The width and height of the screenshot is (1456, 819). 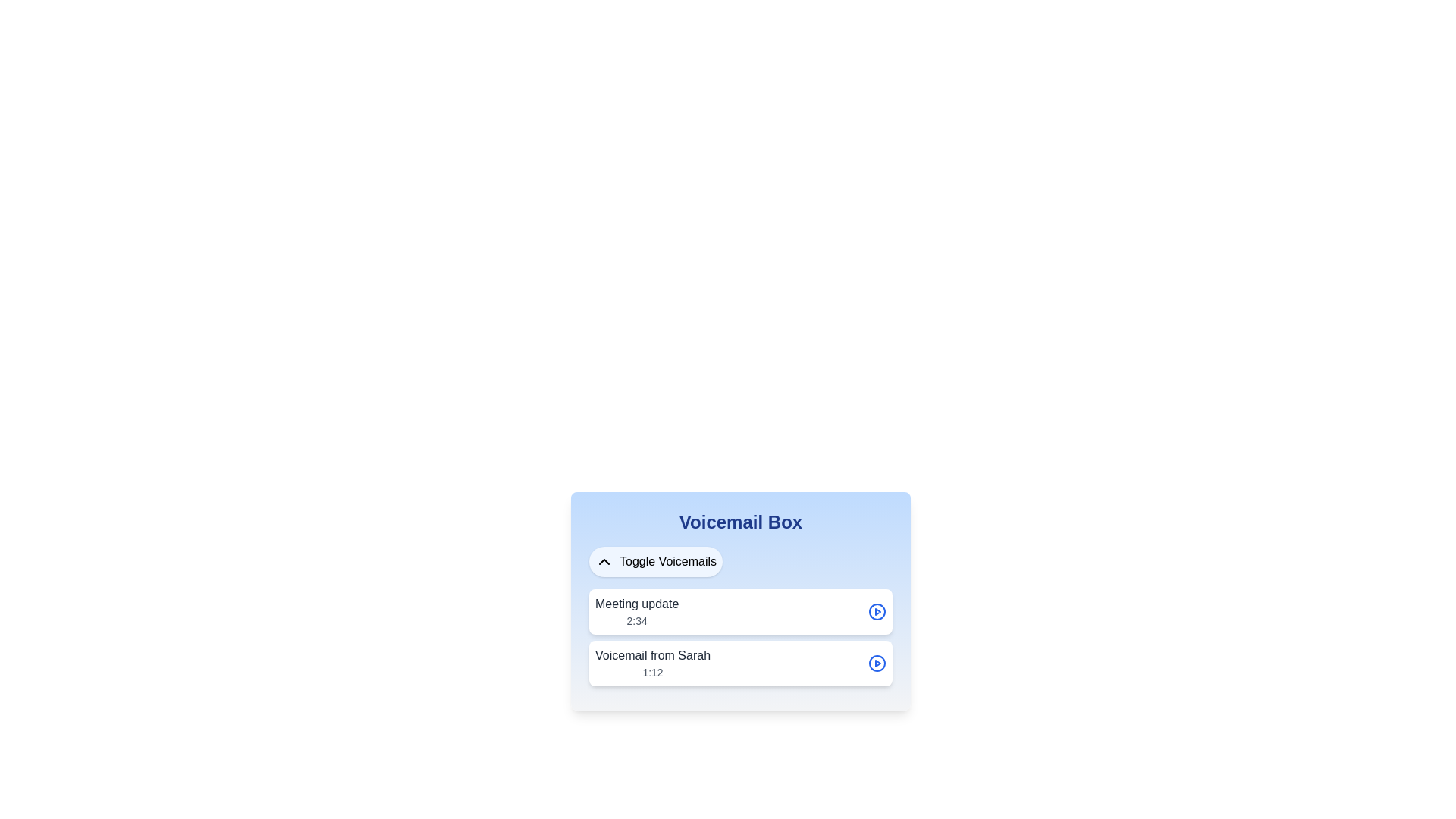 I want to click on voicemail message from 'Sarah' with a duration of '1:12' located in the leftmost text block under the 'Voicemail Box' title, so click(x=653, y=663).